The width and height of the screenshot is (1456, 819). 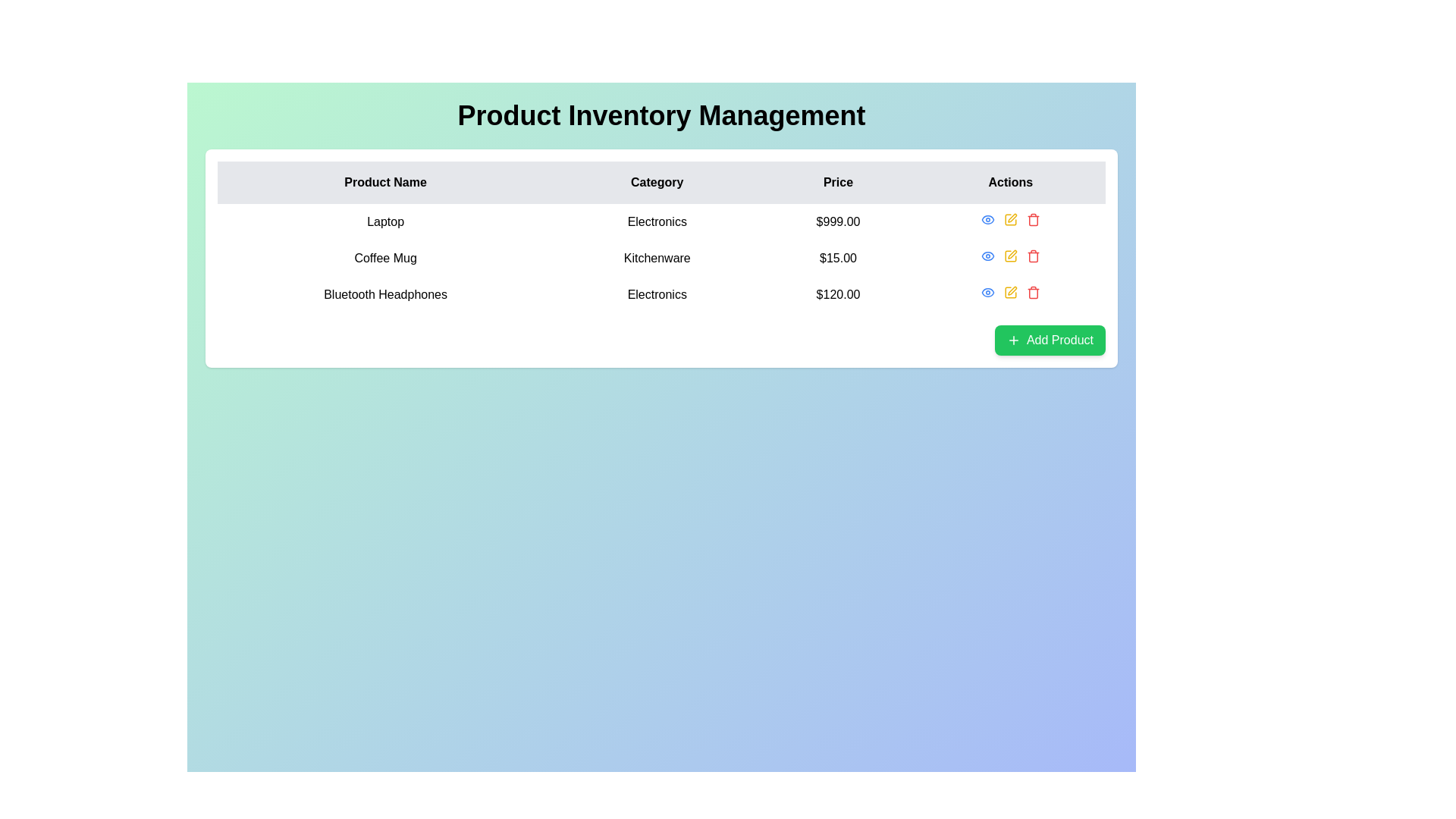 I want to click on the yellow pencil icon button for editing in the actions column of the third row in the Product Inventory Management table to observe the hover effect, so click(x=1010, y=292).